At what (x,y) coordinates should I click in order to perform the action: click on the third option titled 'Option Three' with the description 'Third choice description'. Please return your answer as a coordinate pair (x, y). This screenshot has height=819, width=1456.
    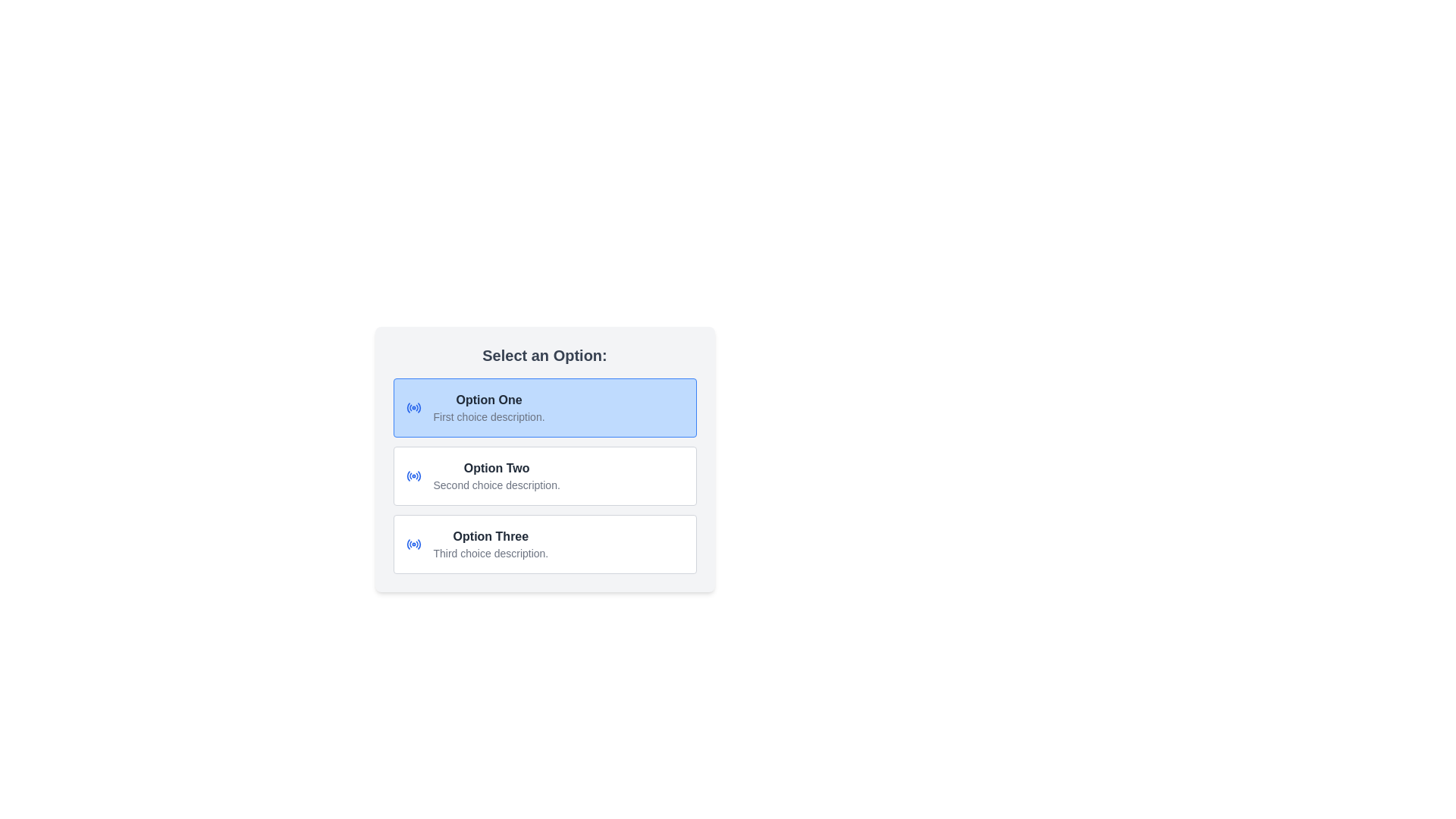
    Looking at the image, I should click on (491, 543).